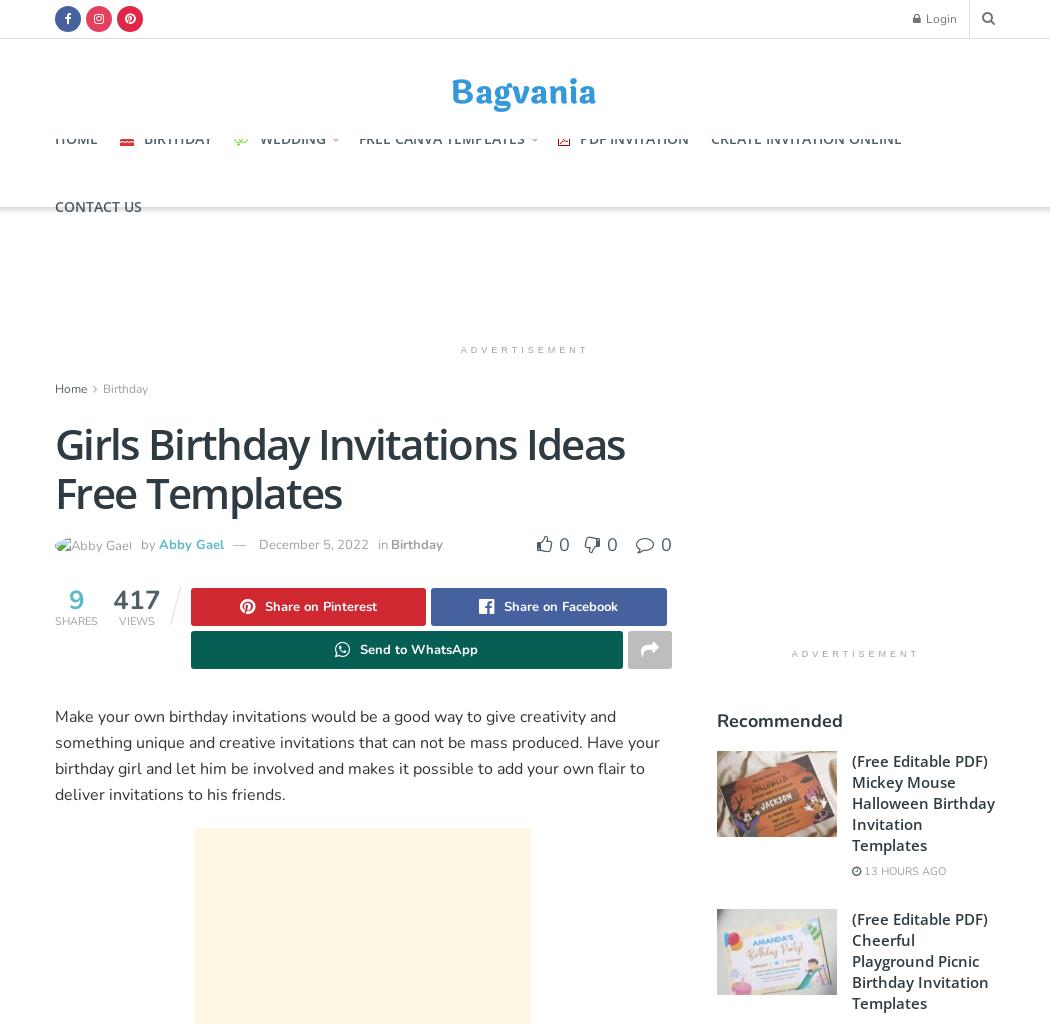 The image size is (1050, 1024). Describe the element at coordinates (54, 742) in the screenshot. I see `'something'` at that location.